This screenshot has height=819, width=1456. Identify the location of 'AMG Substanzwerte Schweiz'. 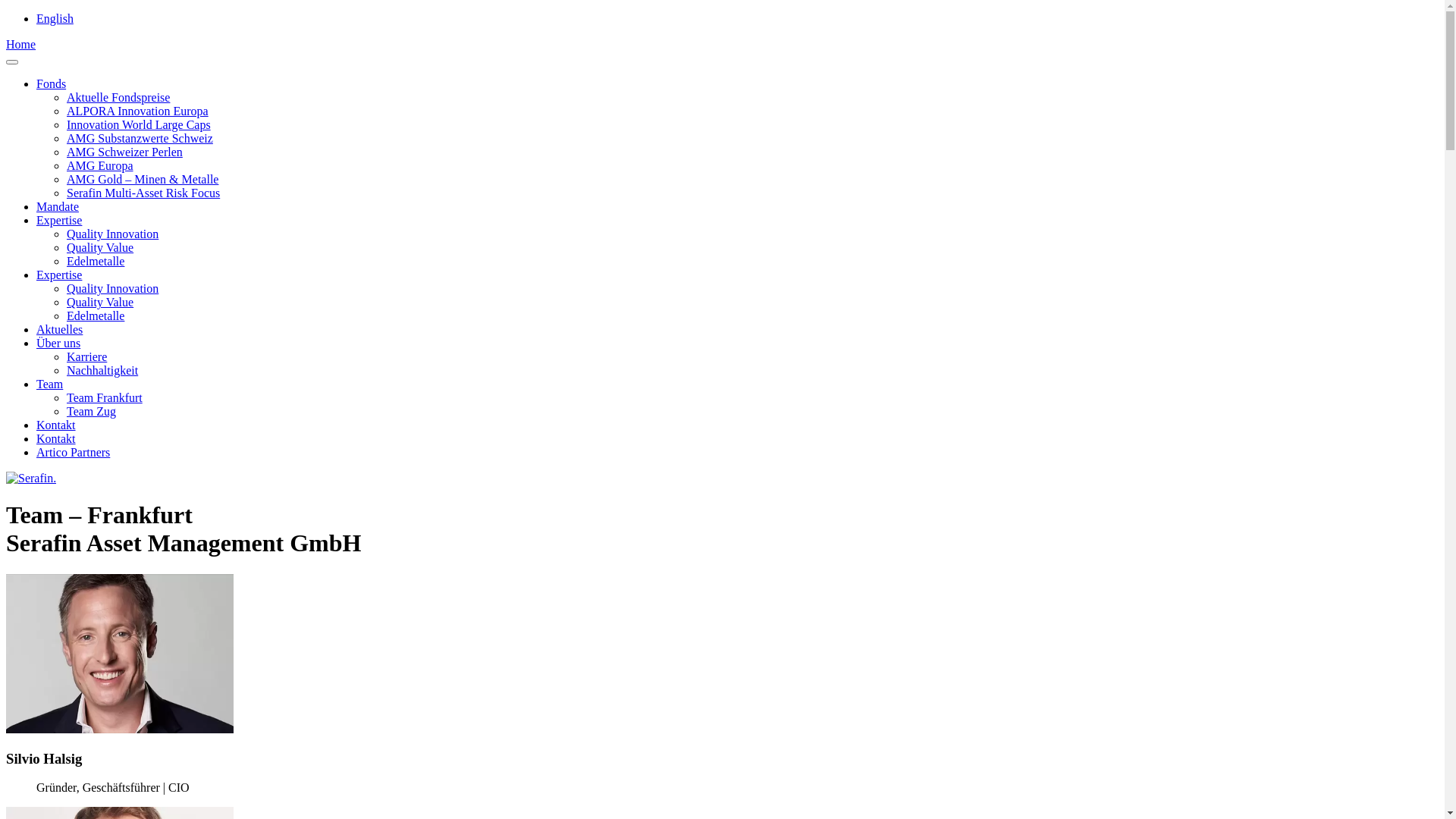
(140, 138).